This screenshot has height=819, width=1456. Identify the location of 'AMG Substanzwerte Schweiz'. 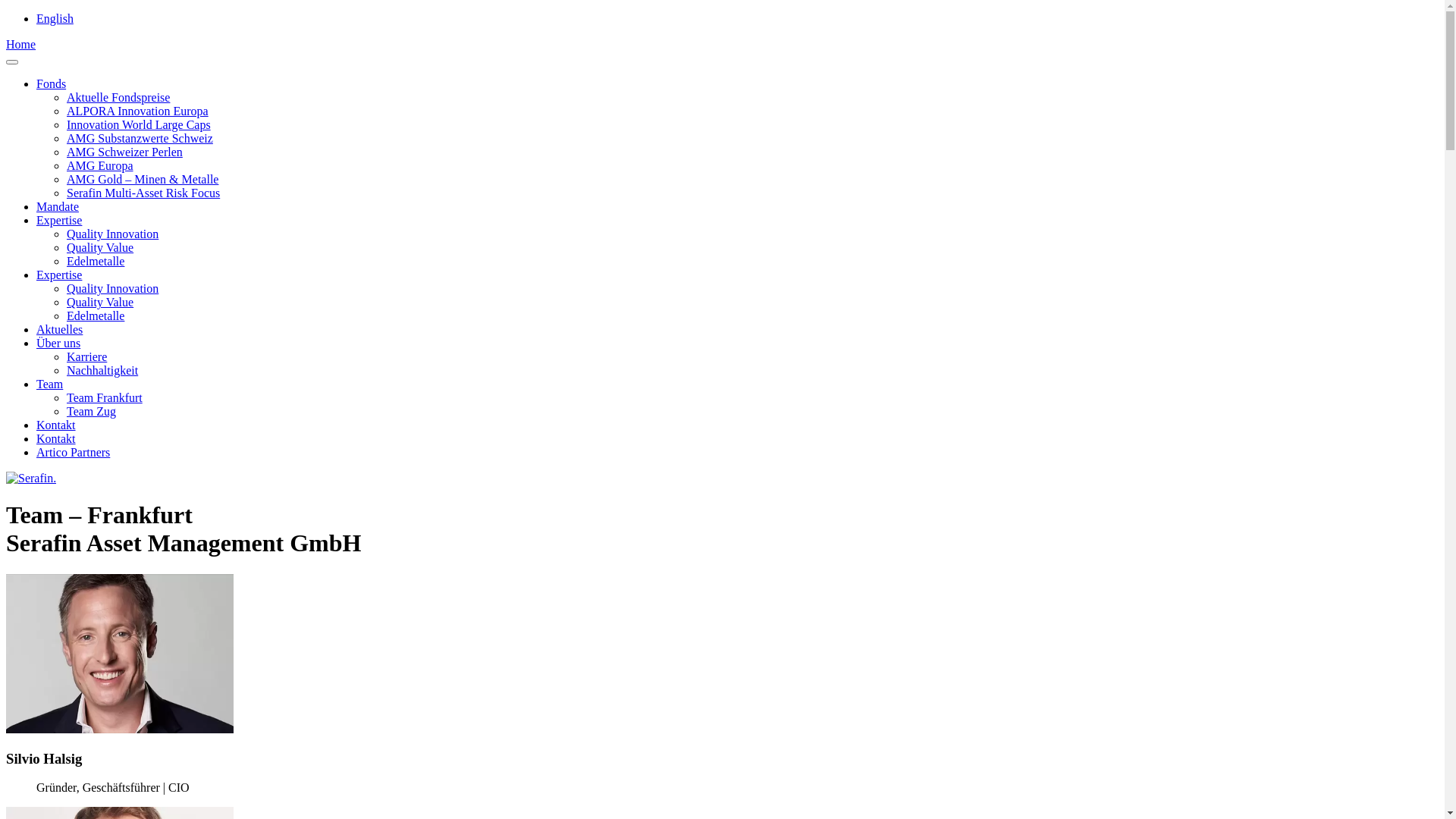
(140, 138).